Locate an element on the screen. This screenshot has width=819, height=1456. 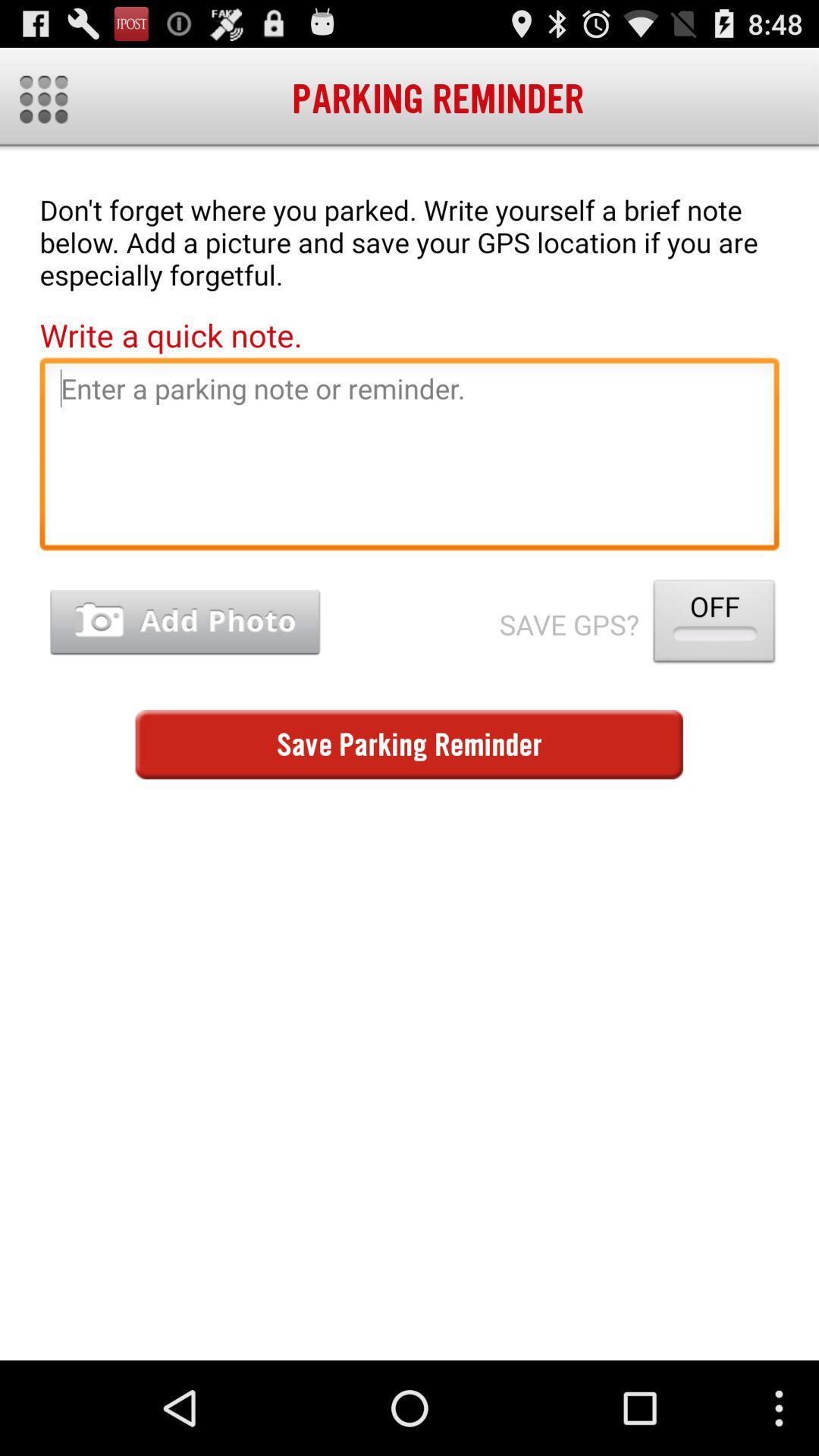
the app to the right of save gps? is located at coordinates (714, 624).